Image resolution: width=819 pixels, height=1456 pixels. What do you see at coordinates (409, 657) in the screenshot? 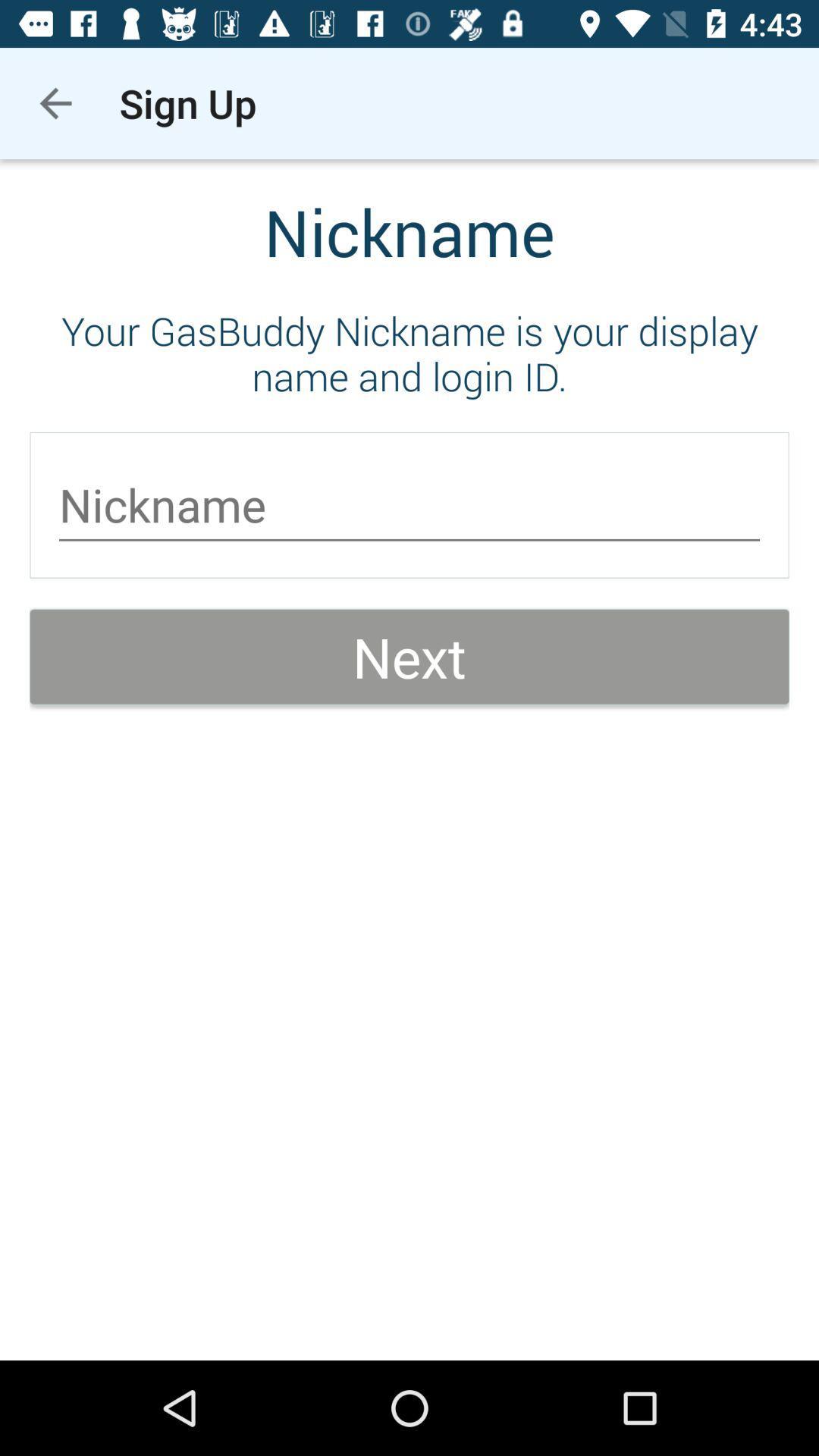
I see `next item` at bounding box center [409, 657].